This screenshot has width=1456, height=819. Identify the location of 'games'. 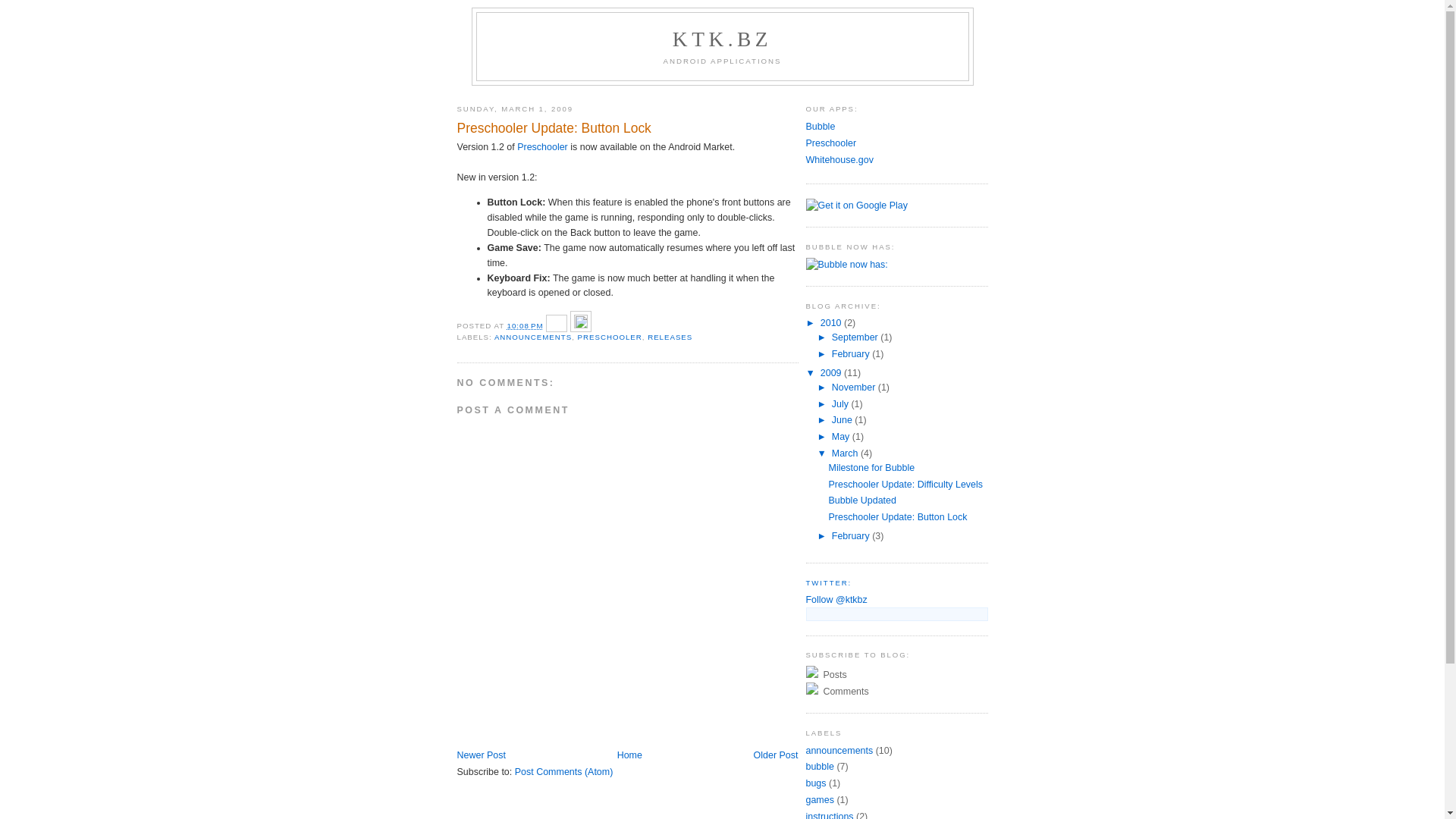
(818, 799).